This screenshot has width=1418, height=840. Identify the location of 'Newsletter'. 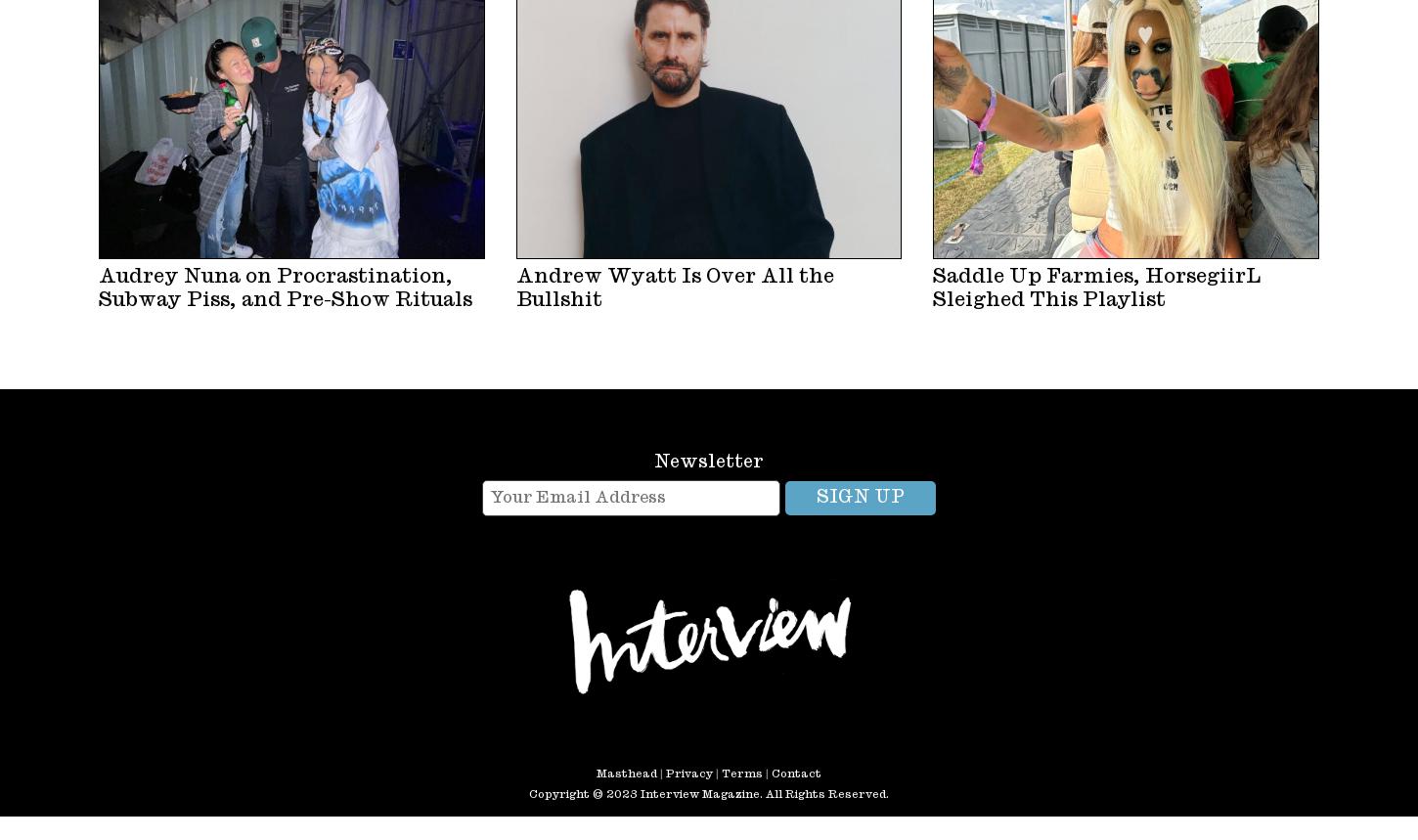
(709, 459).